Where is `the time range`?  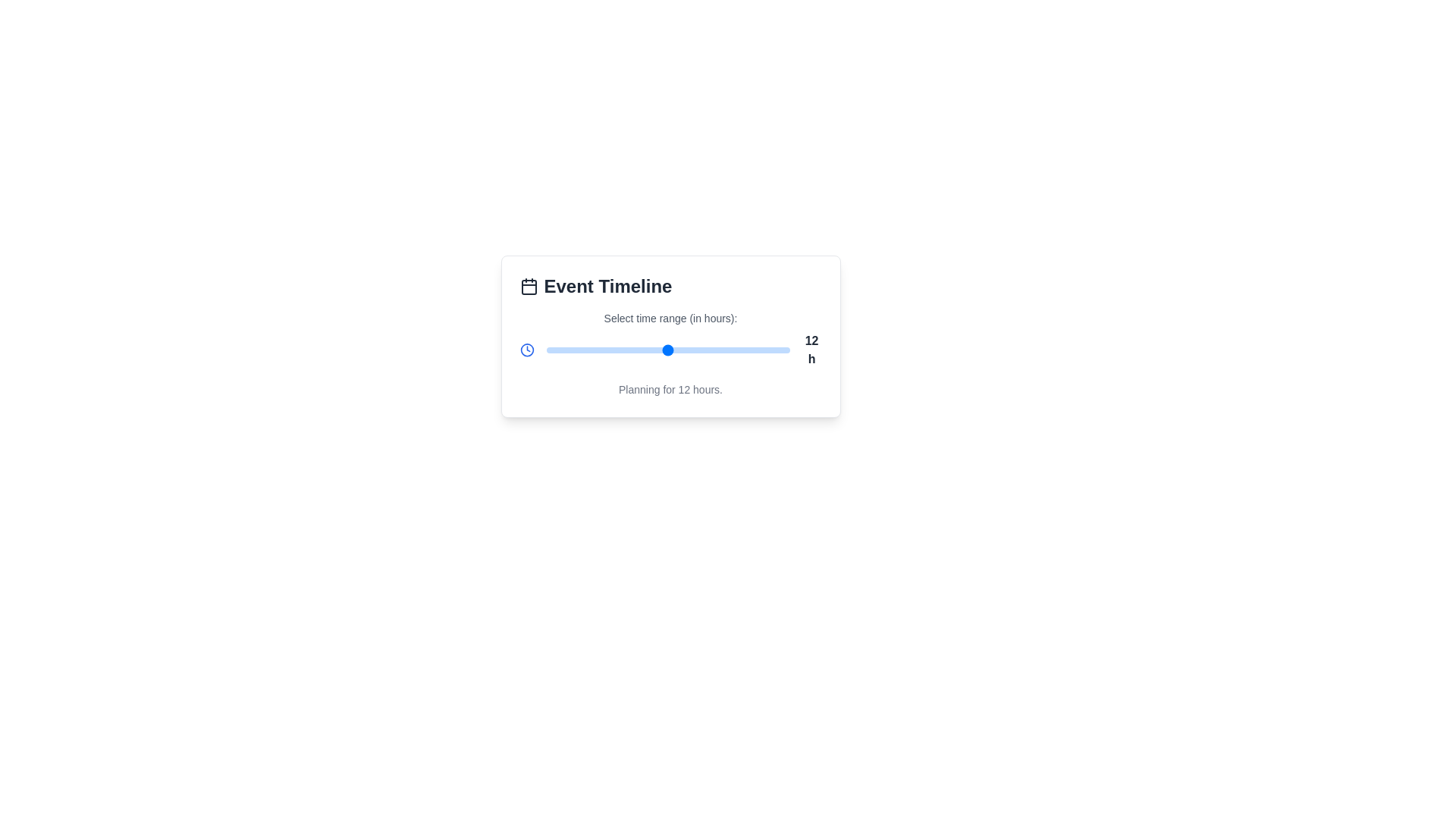
the time range is located at coordinates (667, 350).